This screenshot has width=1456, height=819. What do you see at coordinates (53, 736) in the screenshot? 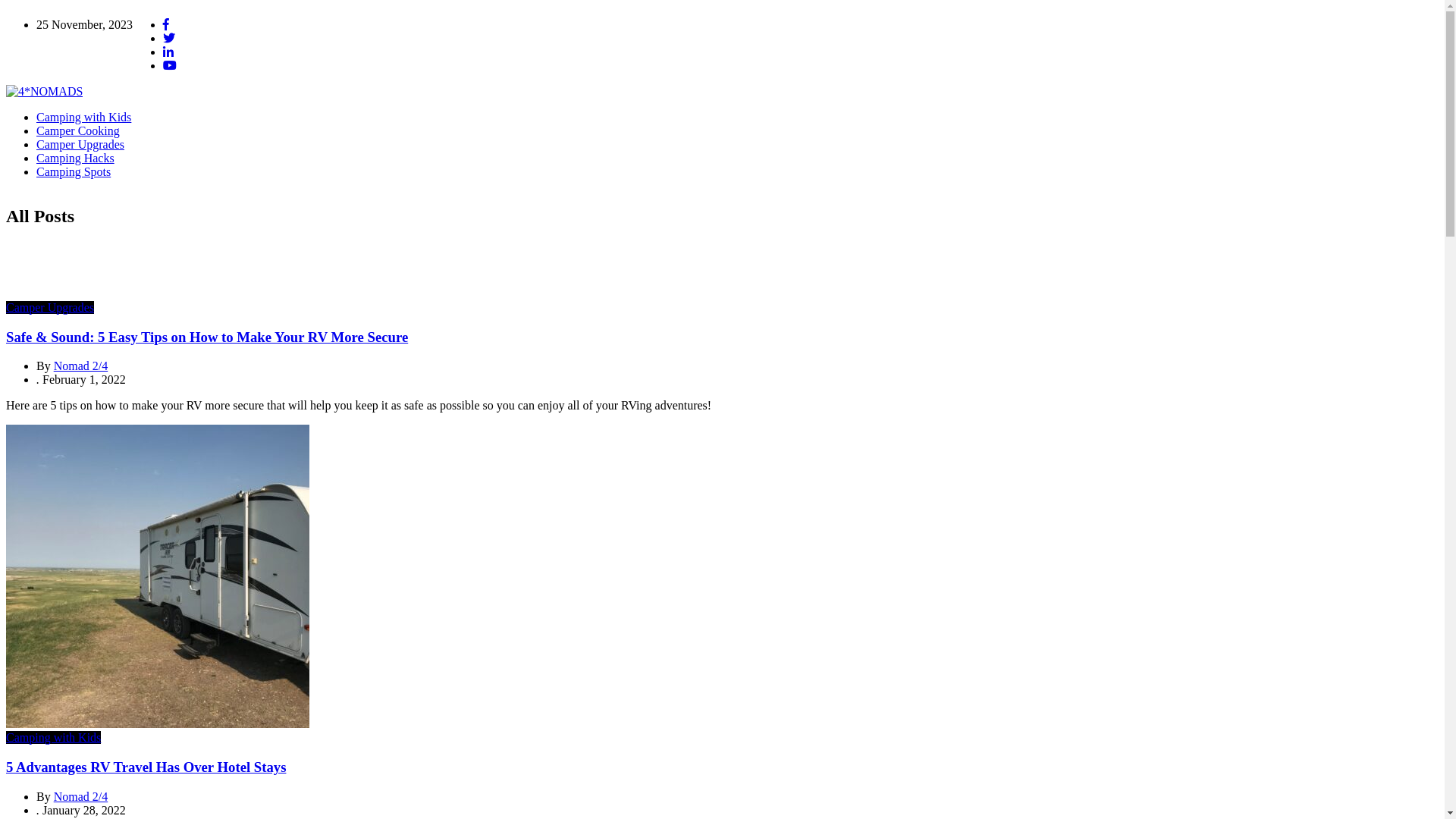
I see `'Camping with Kids'` at bounding box center [53, 736].